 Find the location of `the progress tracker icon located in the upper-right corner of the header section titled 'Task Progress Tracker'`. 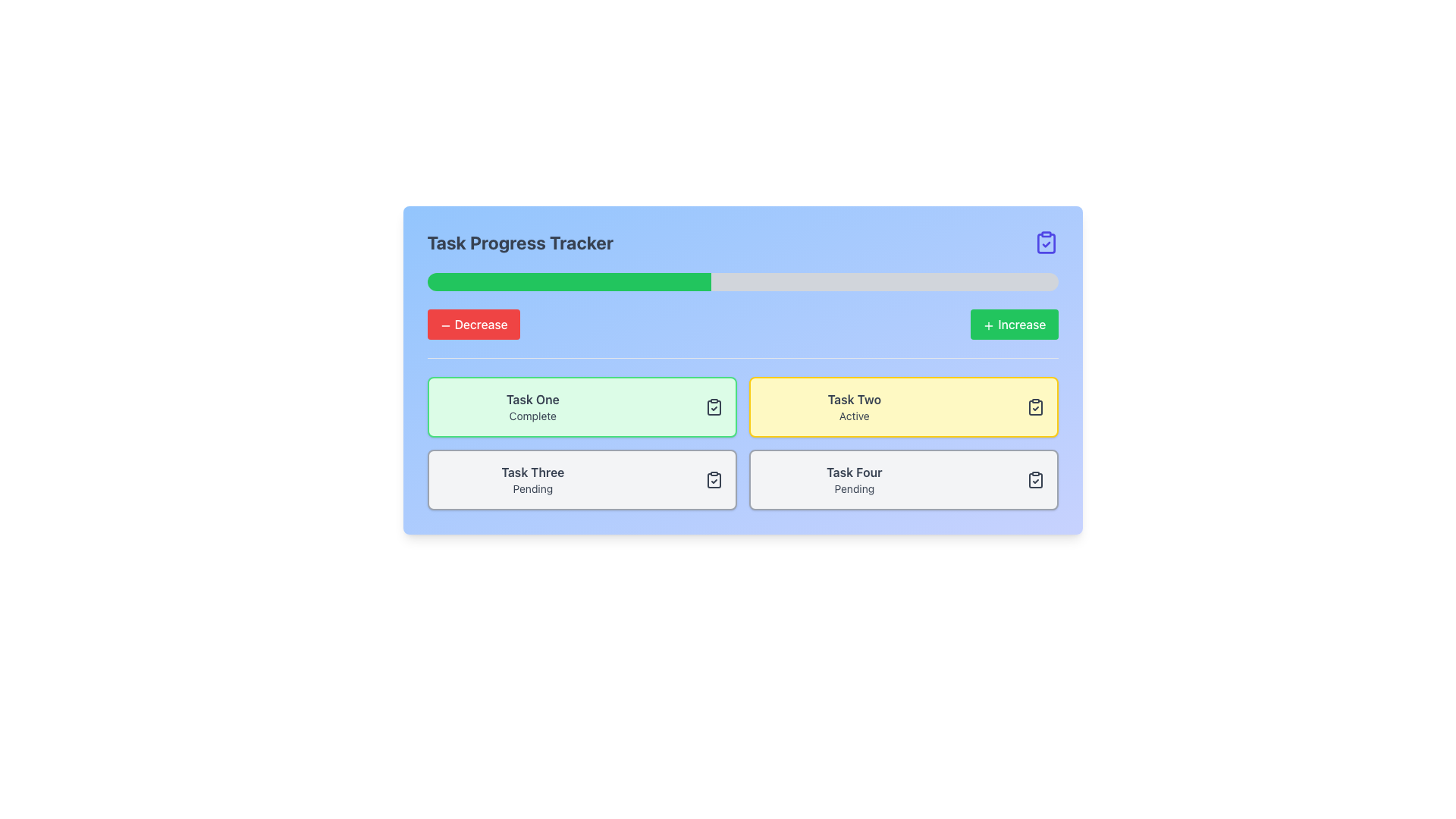

the progress tracker icon located in the upper-right corner of the header section titled 'Task Progress Tracker' is located at coordinates (1045, 242).